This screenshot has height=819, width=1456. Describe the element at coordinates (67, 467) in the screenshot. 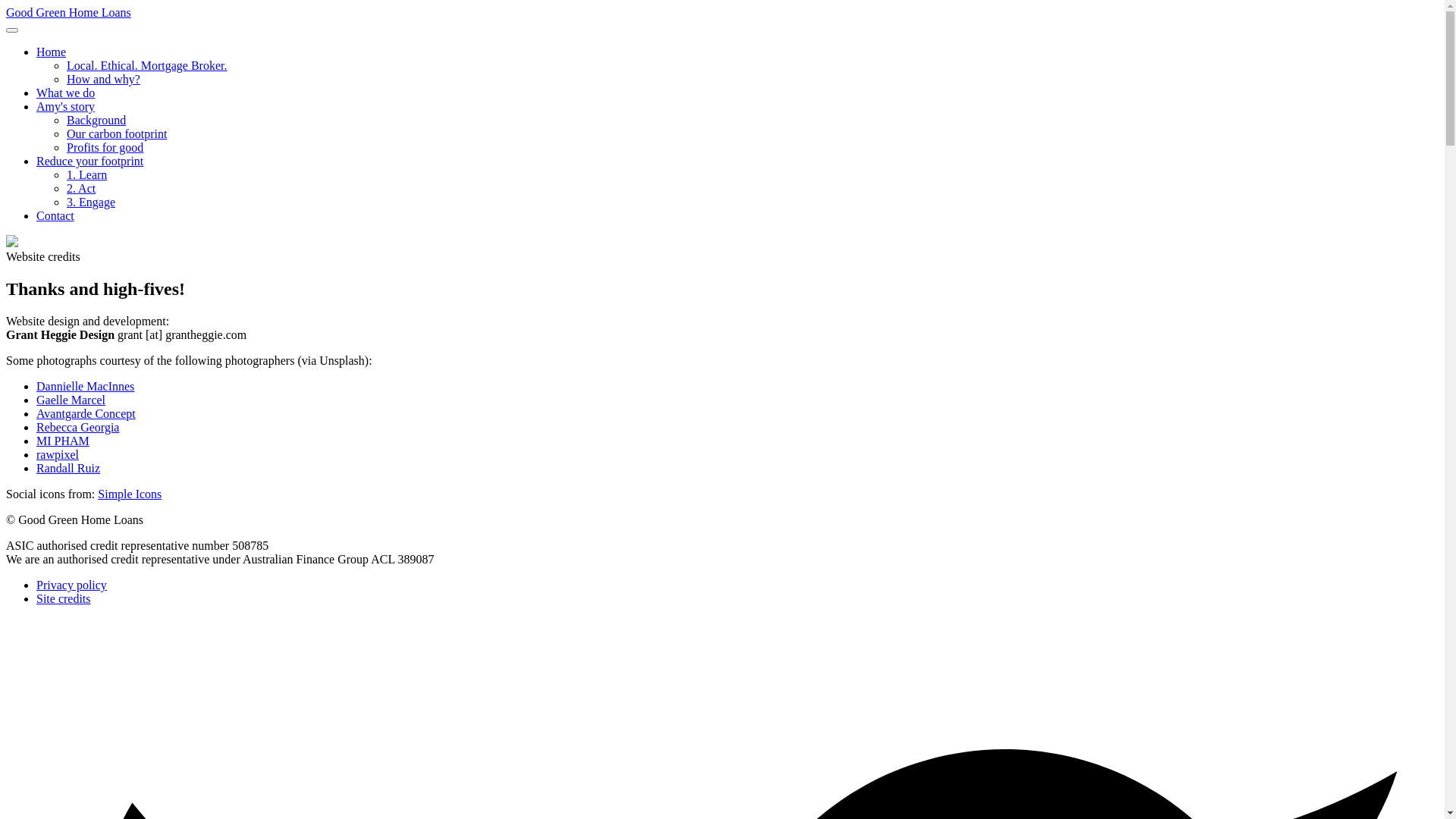

I see `'Randall Ruiz'` at that location.